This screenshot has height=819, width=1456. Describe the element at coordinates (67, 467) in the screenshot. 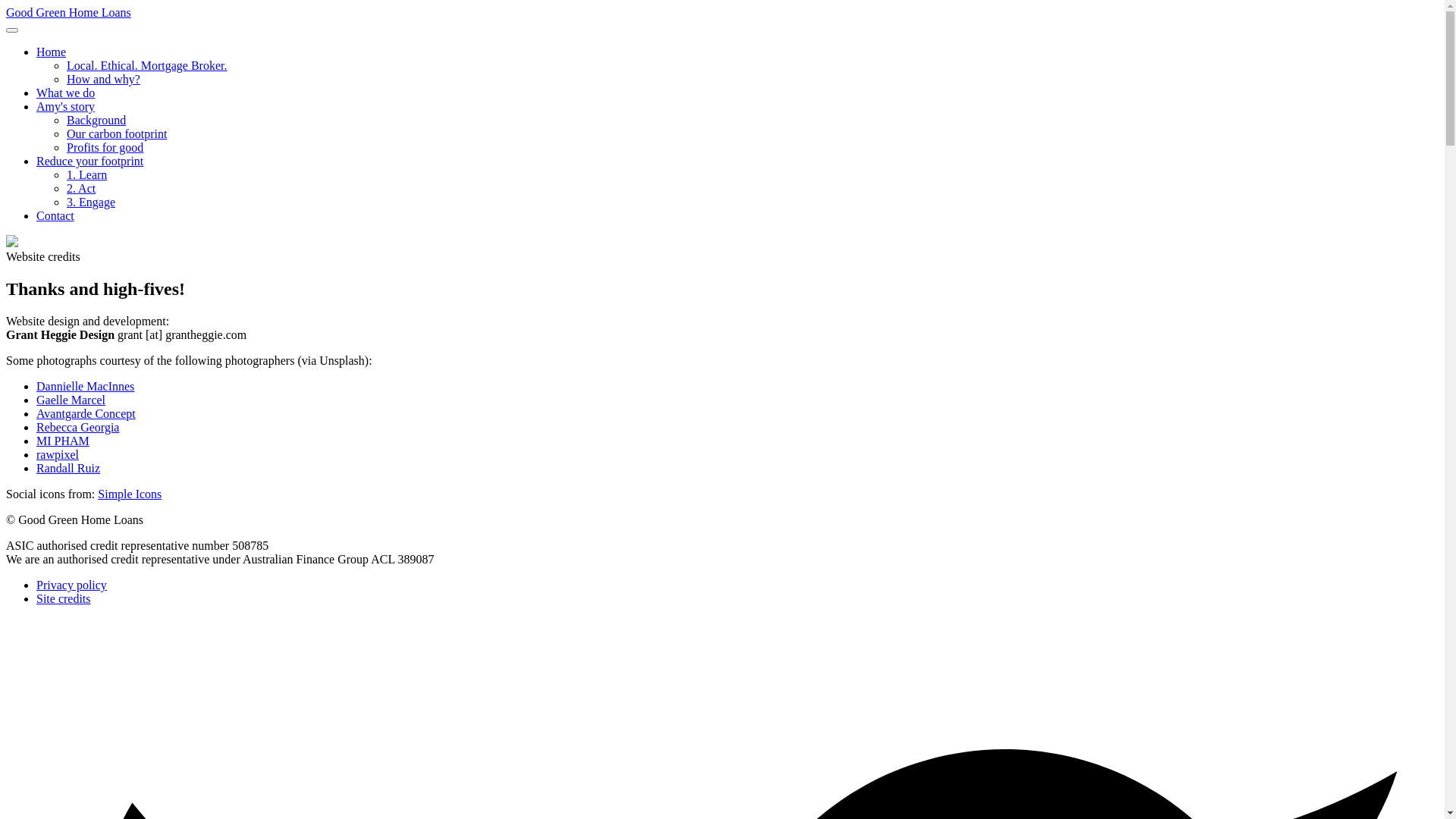

I see `'Randall Ruiz'` at that location.